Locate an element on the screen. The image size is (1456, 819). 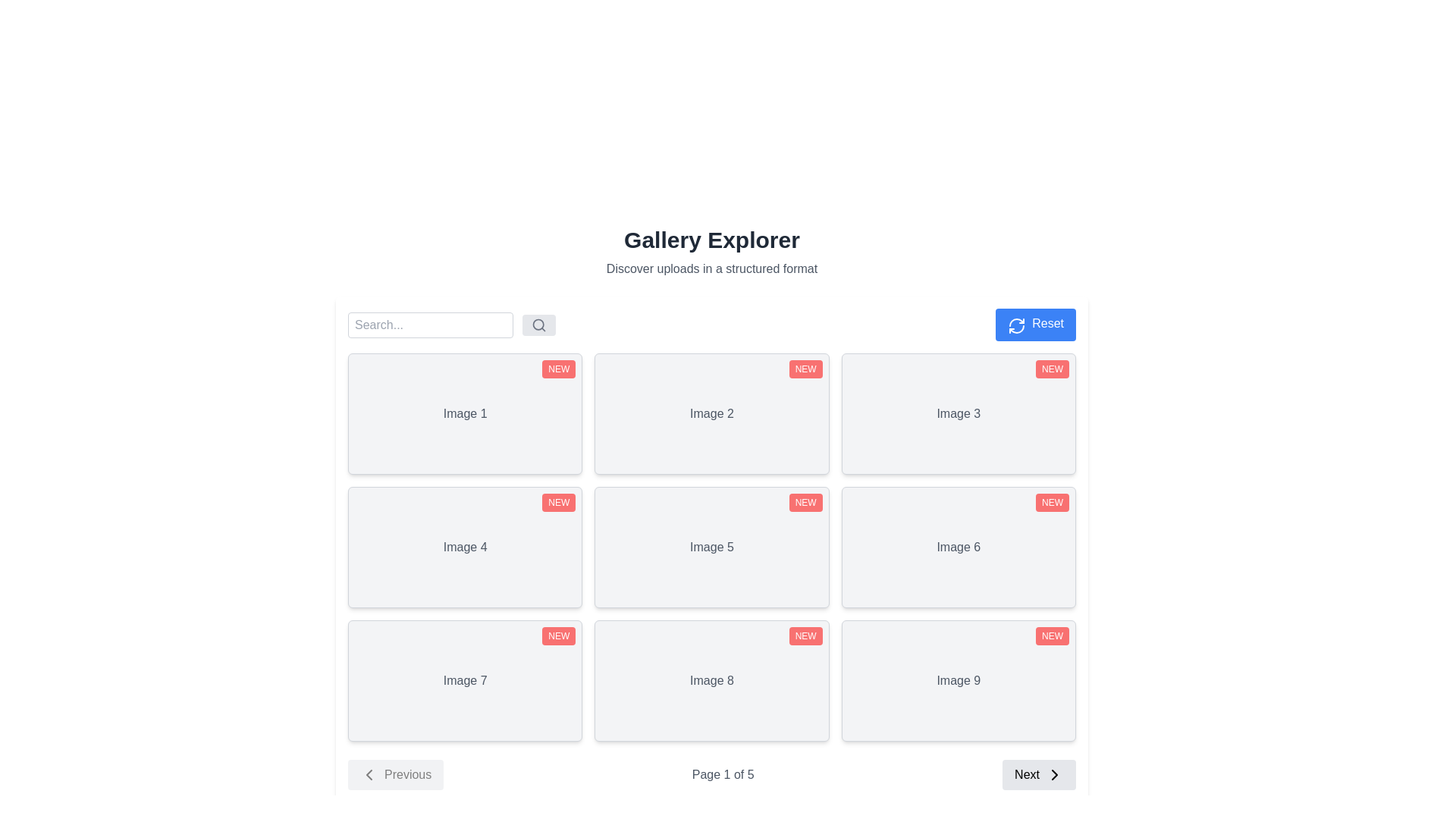
the fourth tile or card component in the gallery interface, which displays 'Image 4' and has a 'NEW' badge is located at coordinates (464, 547).